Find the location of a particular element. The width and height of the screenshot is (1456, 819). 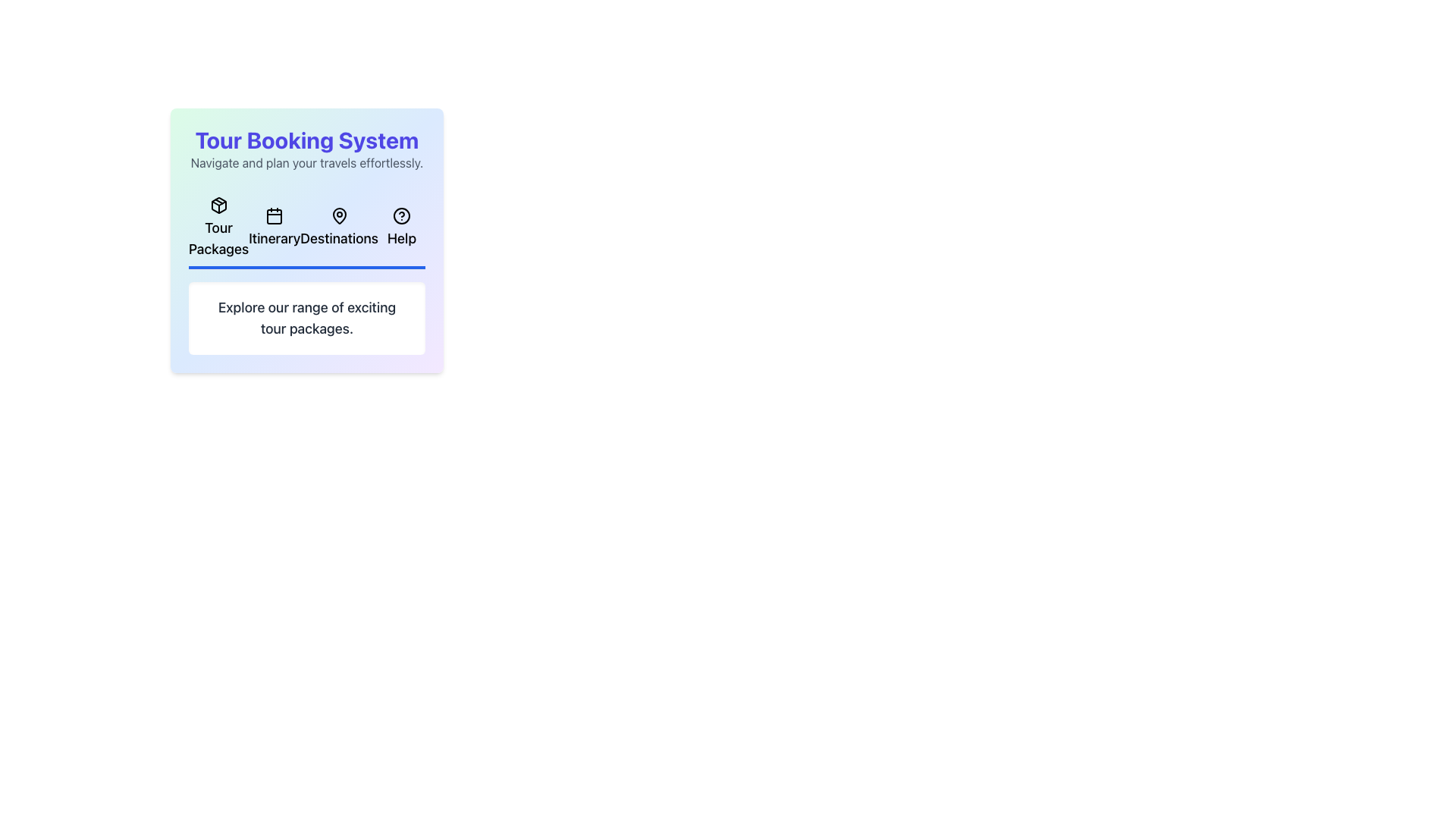

the 'Tour Packages' icon is located at coordinates (218, 205).